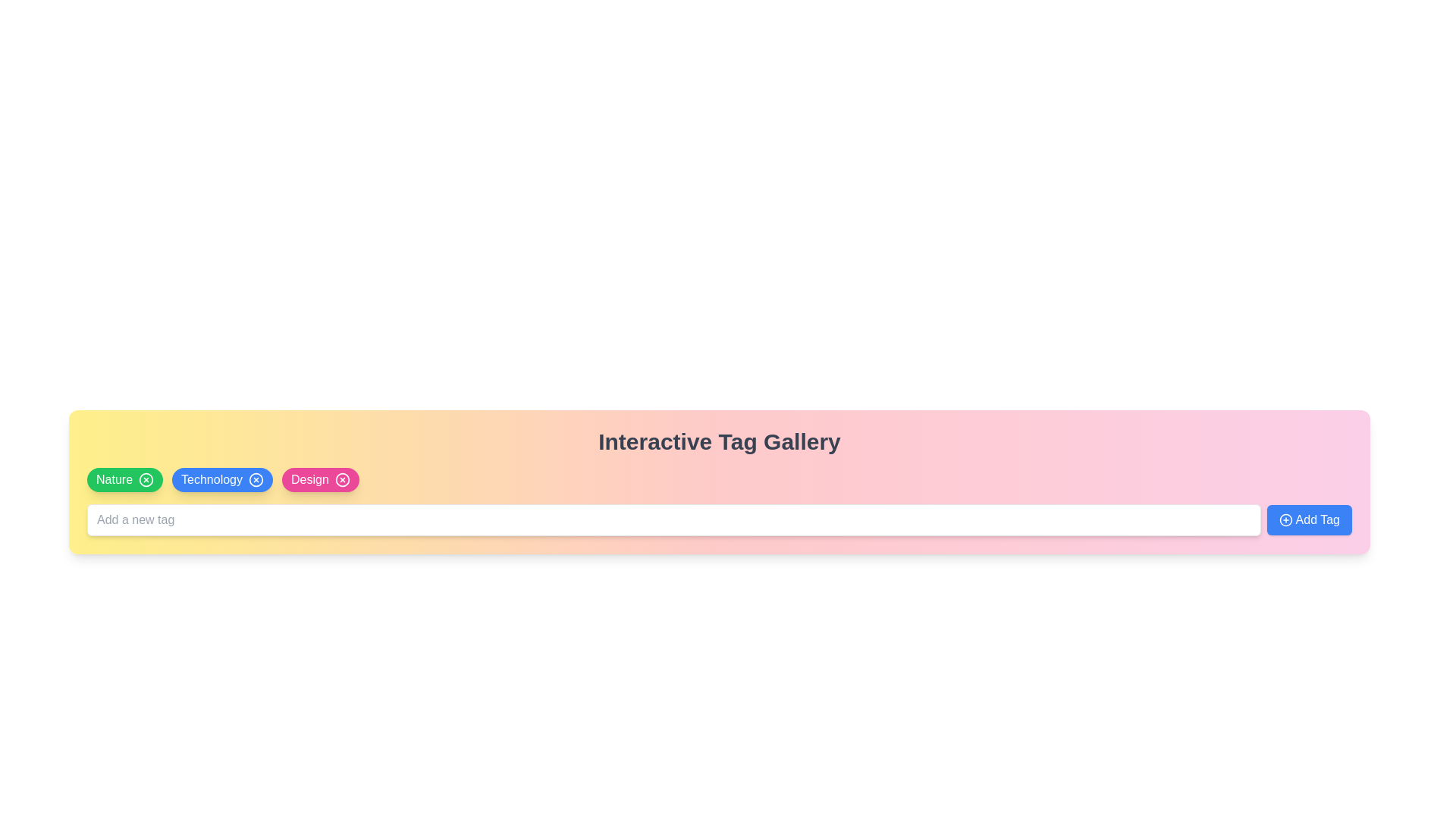  I want to click on the small circular close icon with a green outline located to the right of the 'Nature' text, so click(146, 479).